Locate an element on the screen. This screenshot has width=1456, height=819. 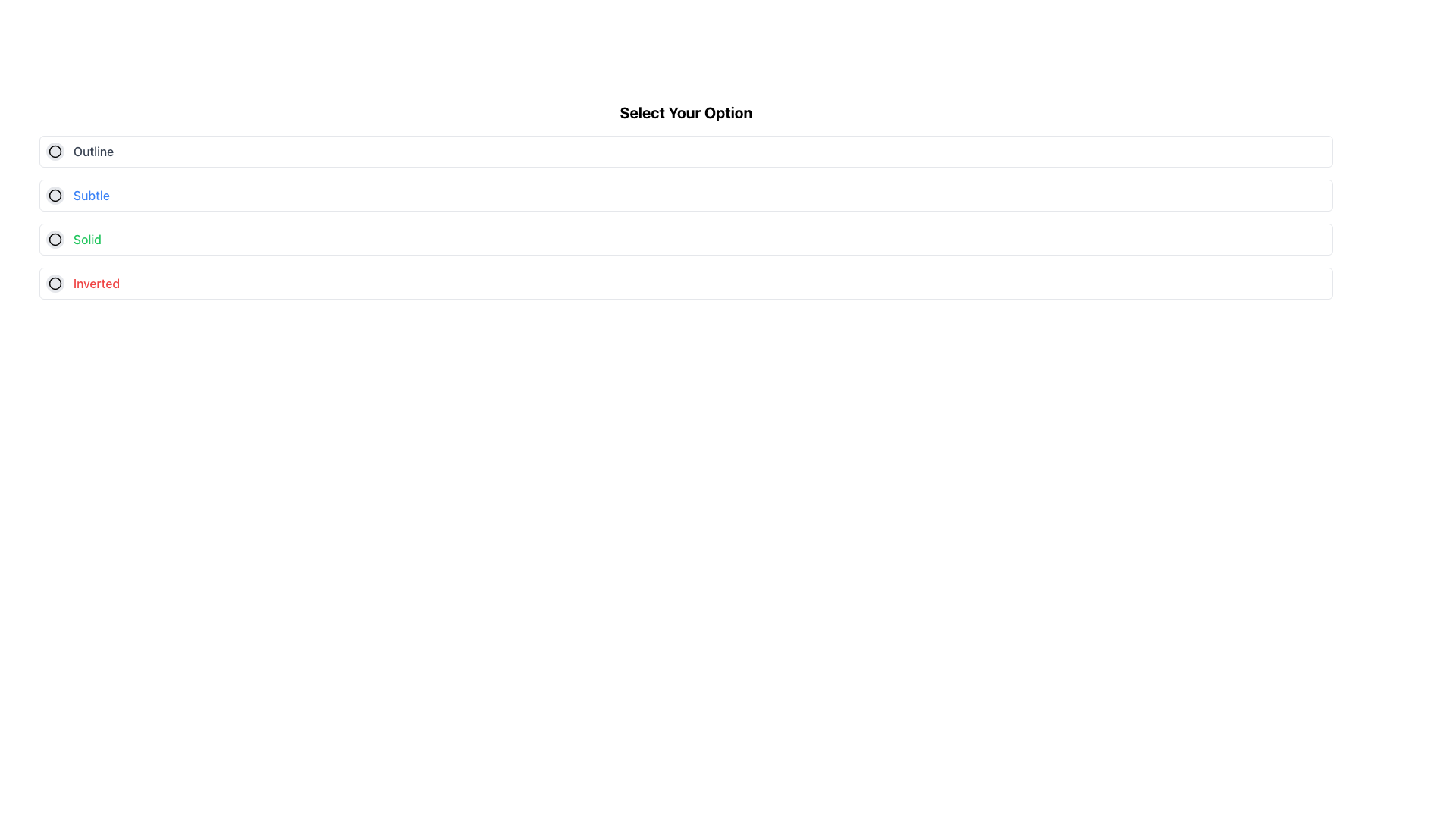
the circular radio button with a gray background and black border, located in the first row of options next to the text 'Outline' is located at coordinates (55, 152).